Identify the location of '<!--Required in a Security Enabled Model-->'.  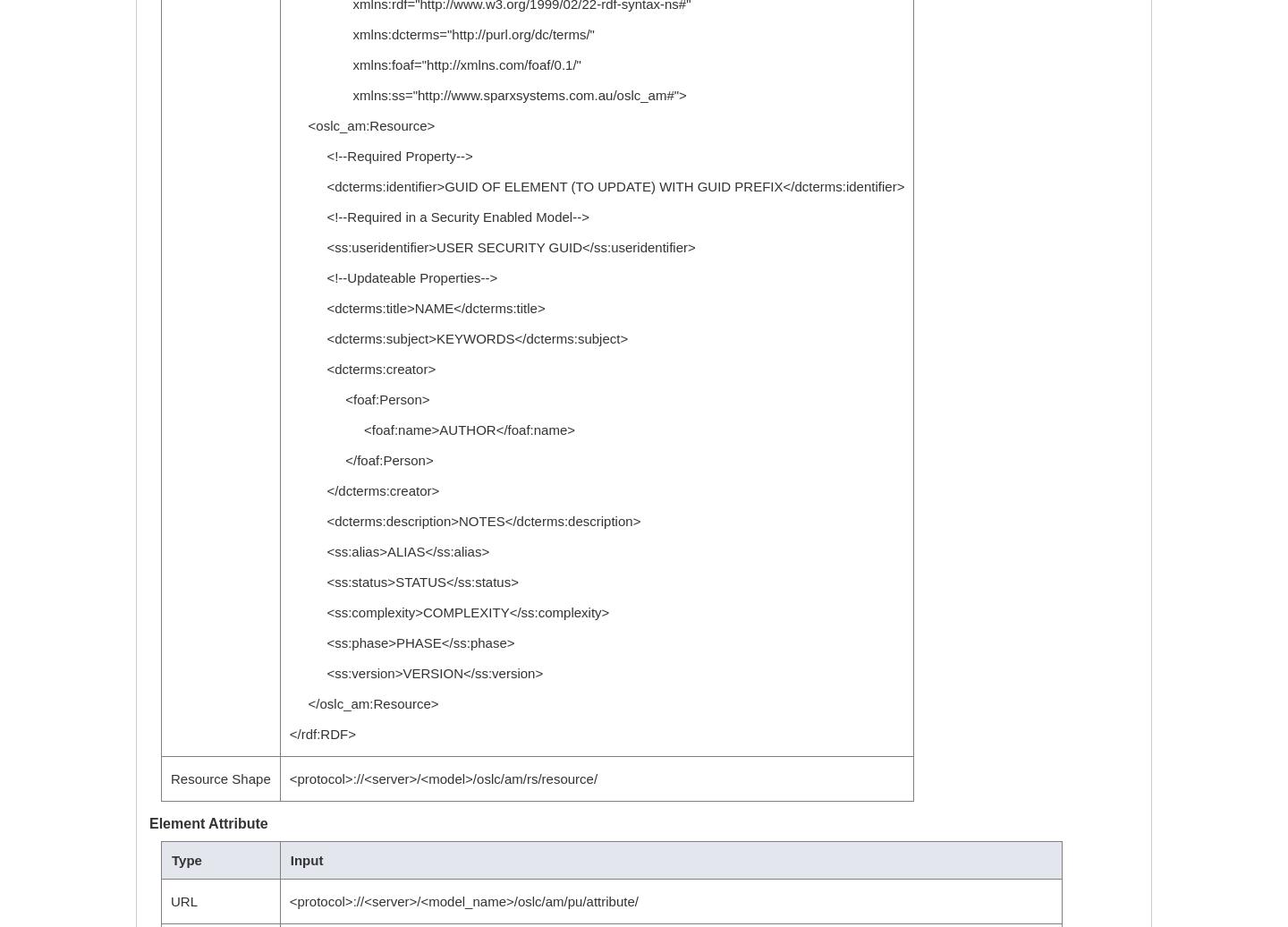
(437, 217).